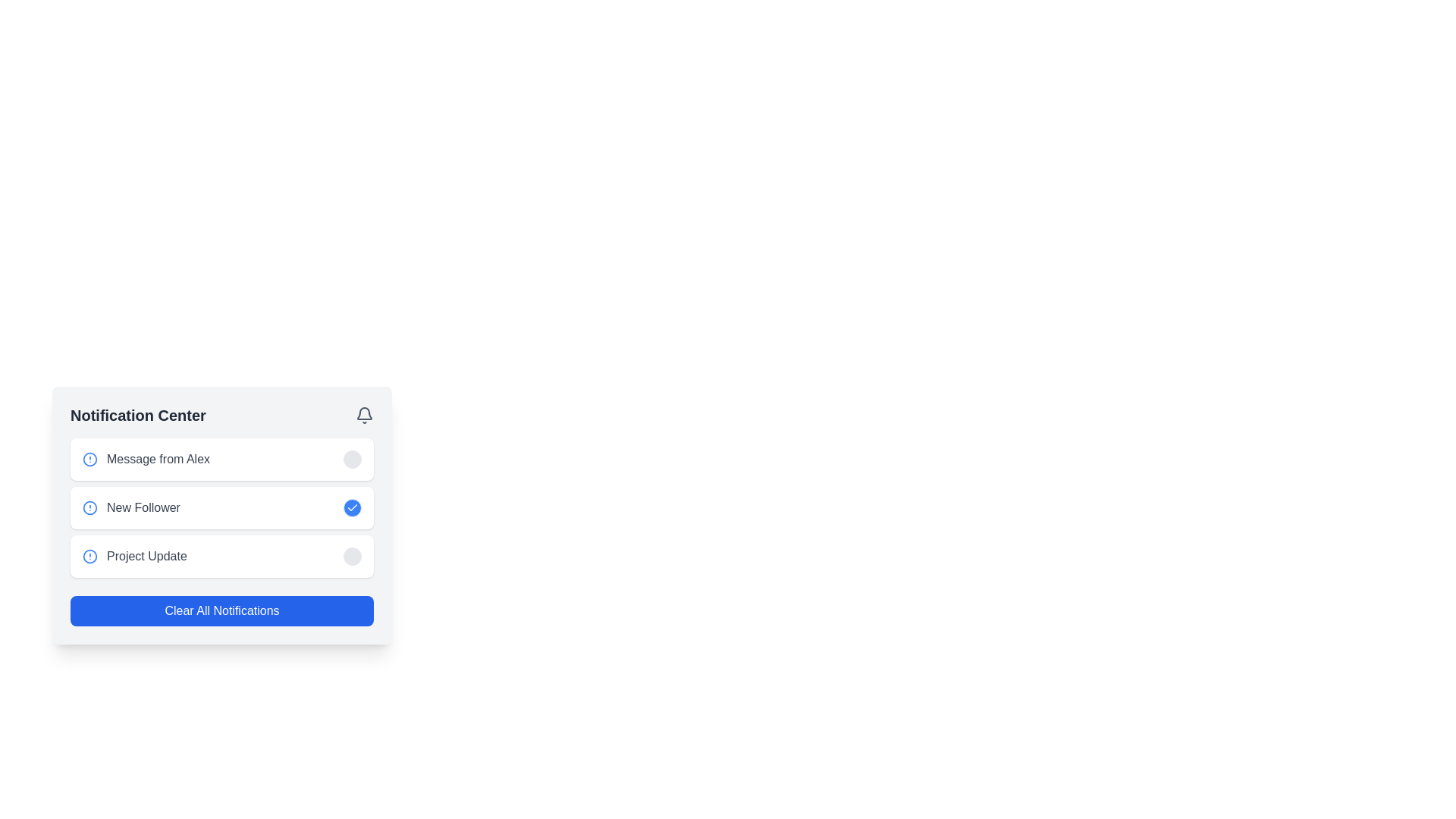 The image size is (1456, 819). What do you see at coordinates (89, 458) in the screenshot?
I see `the circular shape within the SVG icon that represents an alert or notification context, which is centrally located next to the 'Message from Alex' text in the notification center` at bounding box center [89, 458].